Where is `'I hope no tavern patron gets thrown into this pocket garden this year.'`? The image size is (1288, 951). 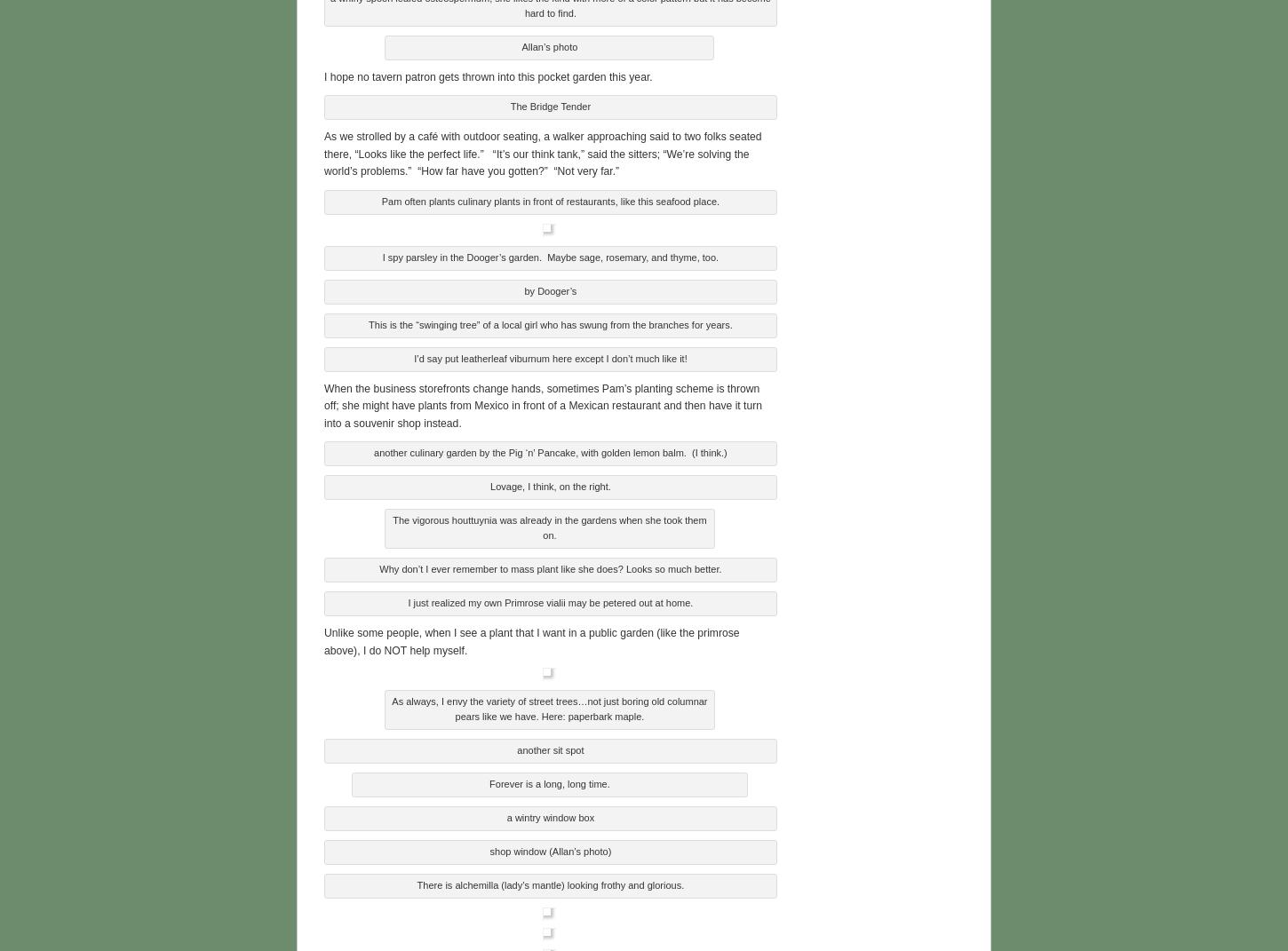 'I hope no tavern patron gets thrown into this pocket garden this year.' is located at coordinates (488, 74).